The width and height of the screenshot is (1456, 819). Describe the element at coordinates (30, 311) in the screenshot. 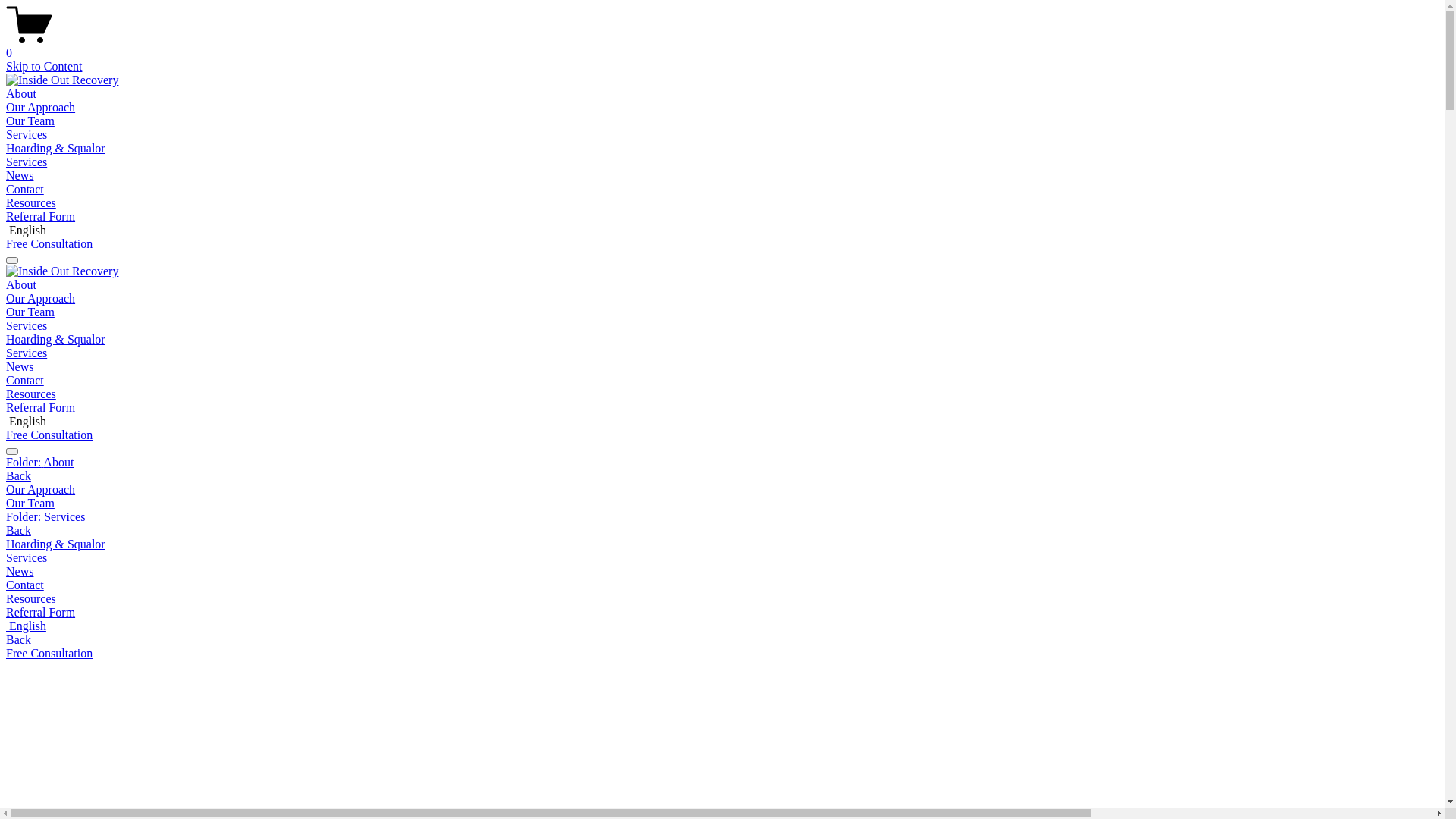

I see `'Our Team'` at that location.